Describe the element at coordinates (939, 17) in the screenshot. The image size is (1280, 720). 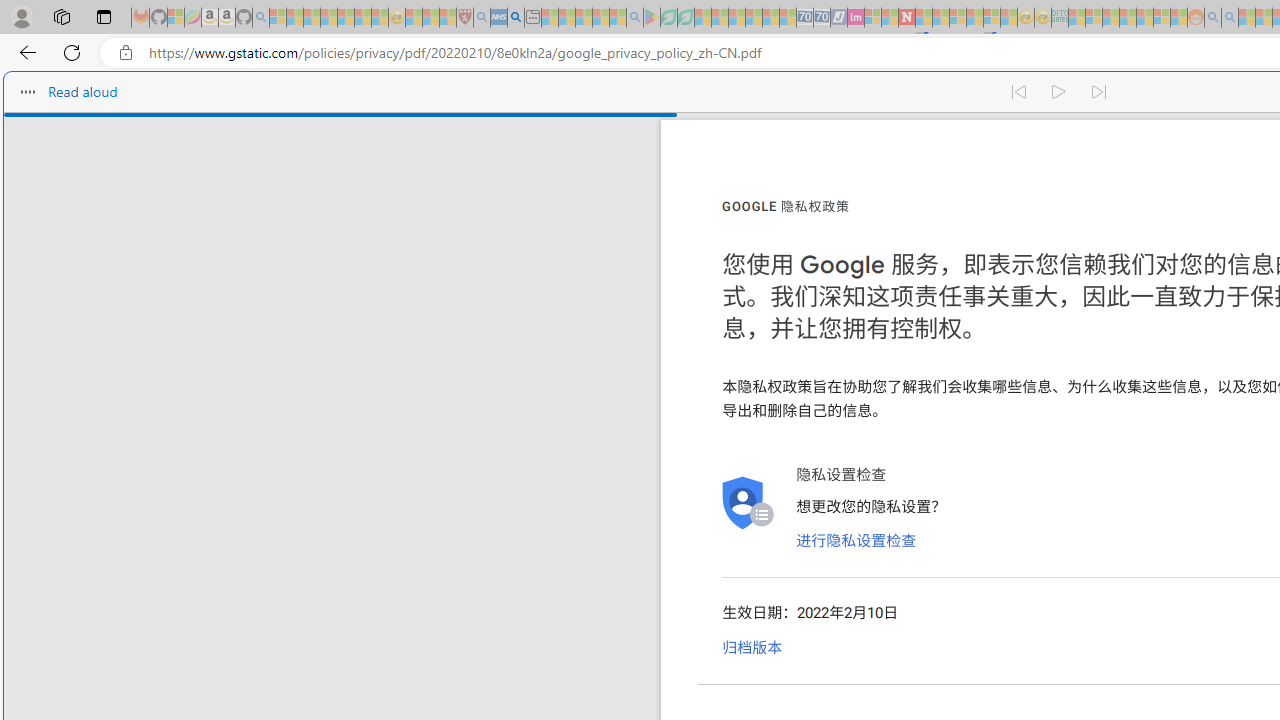
I see `'14 Common Myths Debunked By Scientific Facts - Sleeping'` at that location.